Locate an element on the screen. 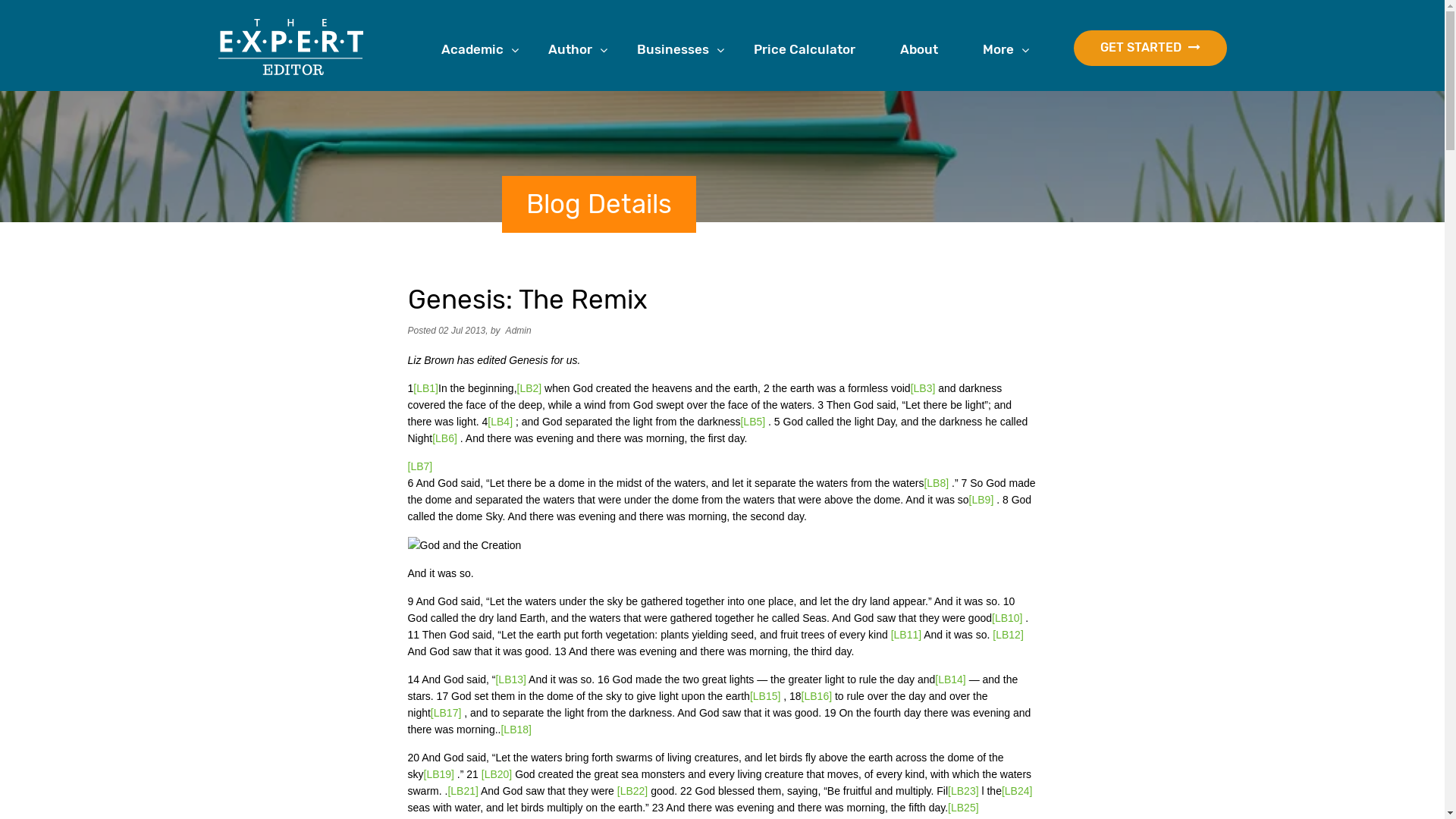 This screenshot has height=819, width=1456. '[LB2]' is located at coordinates (529, 388).